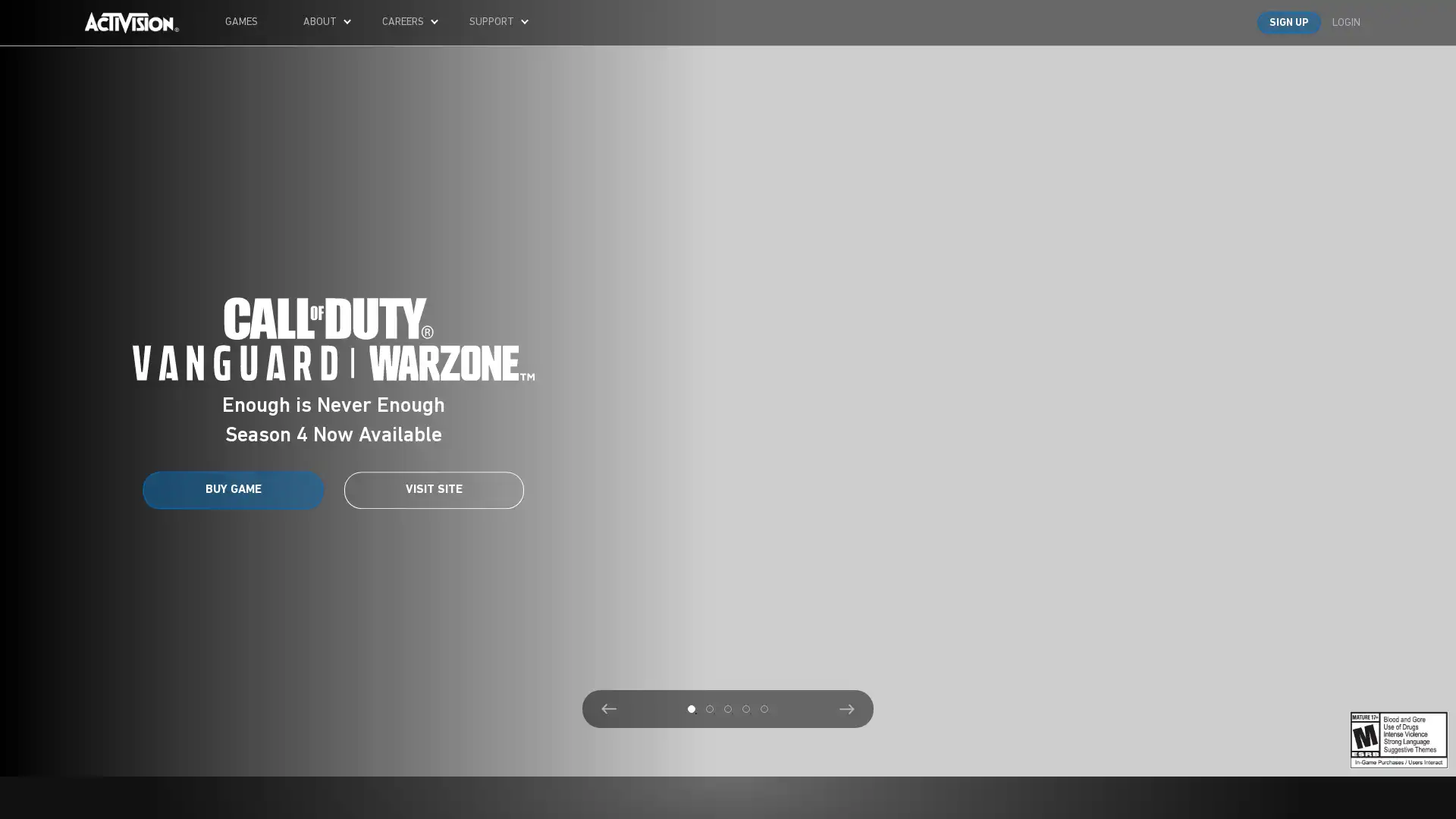 The height and width of the screenshot is (819, 1456). Describe the element at coordinates (745, 708) in the screenshot. I see `4` at that location.